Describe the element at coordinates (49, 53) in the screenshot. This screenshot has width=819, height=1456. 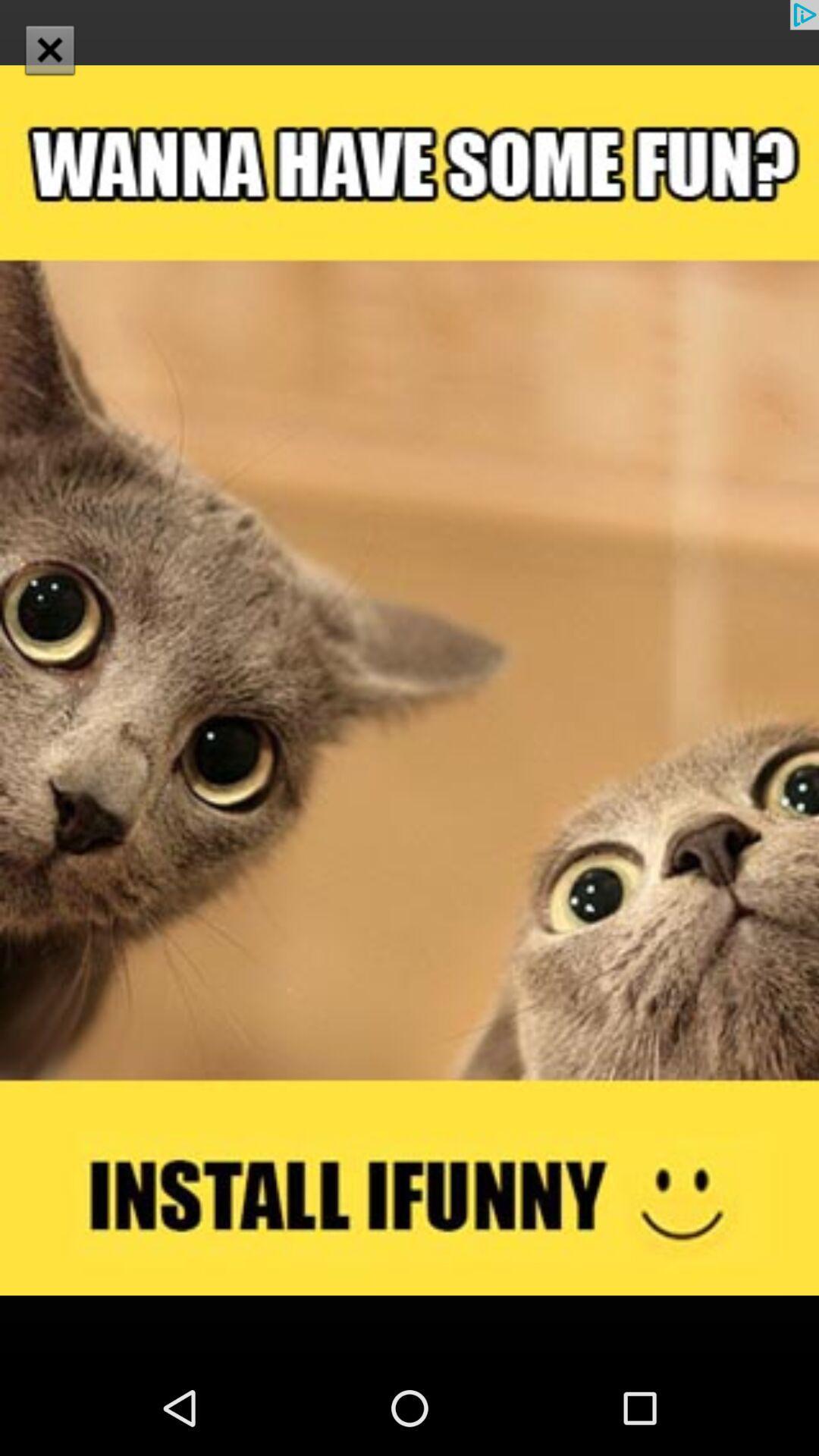
I see `the close icon` at that location.